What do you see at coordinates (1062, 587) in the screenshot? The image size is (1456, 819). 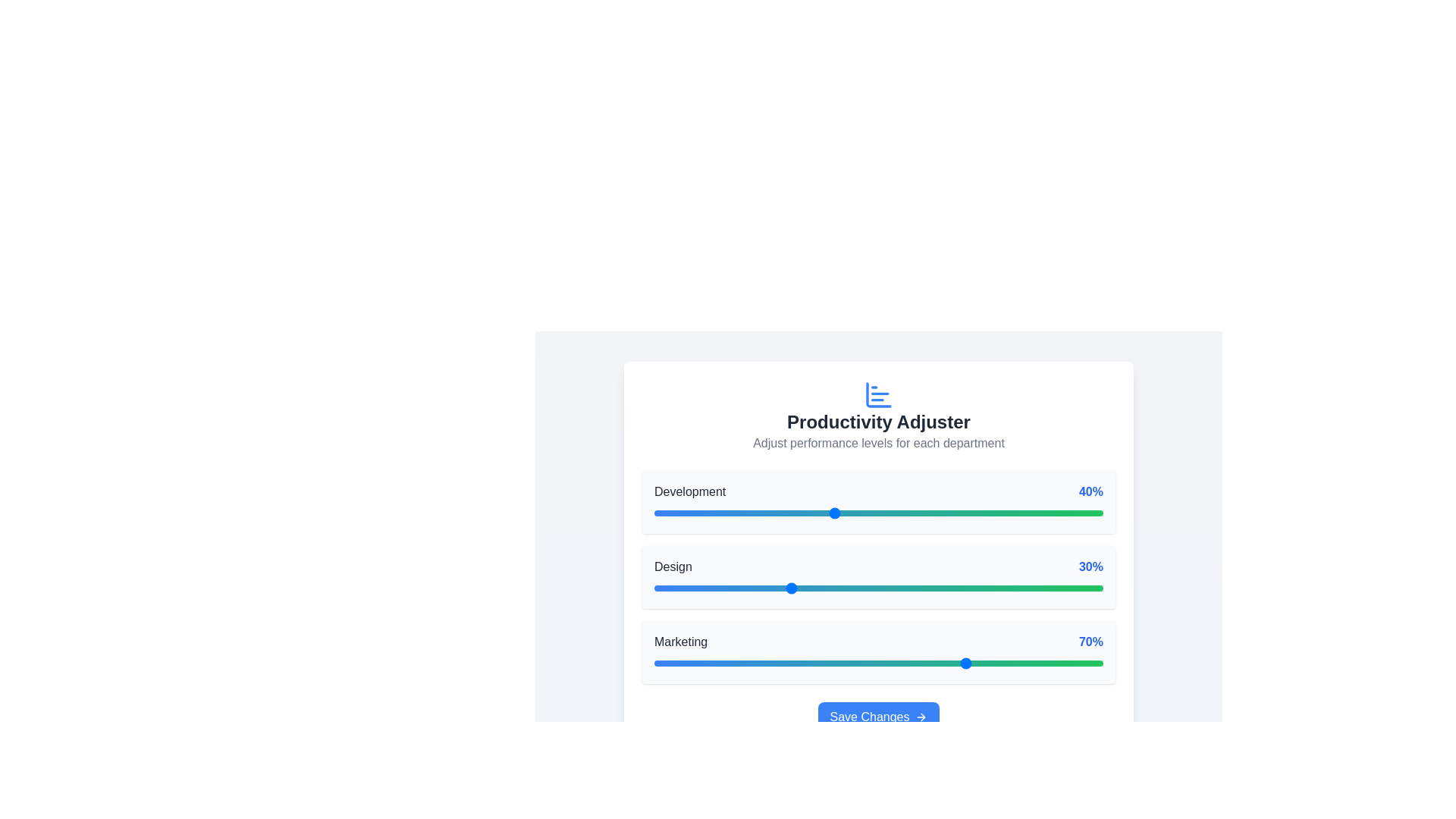 I see `the slider` at bounding box center [1062, 587].